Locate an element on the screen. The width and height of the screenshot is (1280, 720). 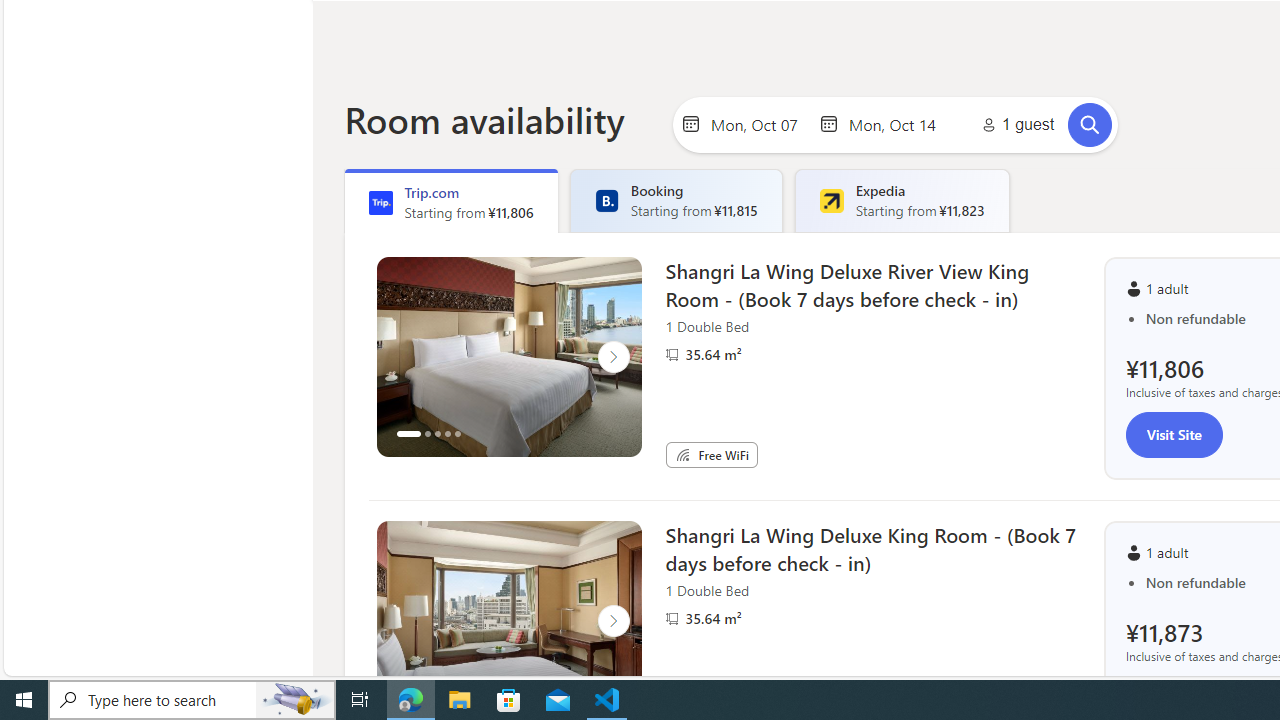
'Start Date' is located at coordinates (758, 123).